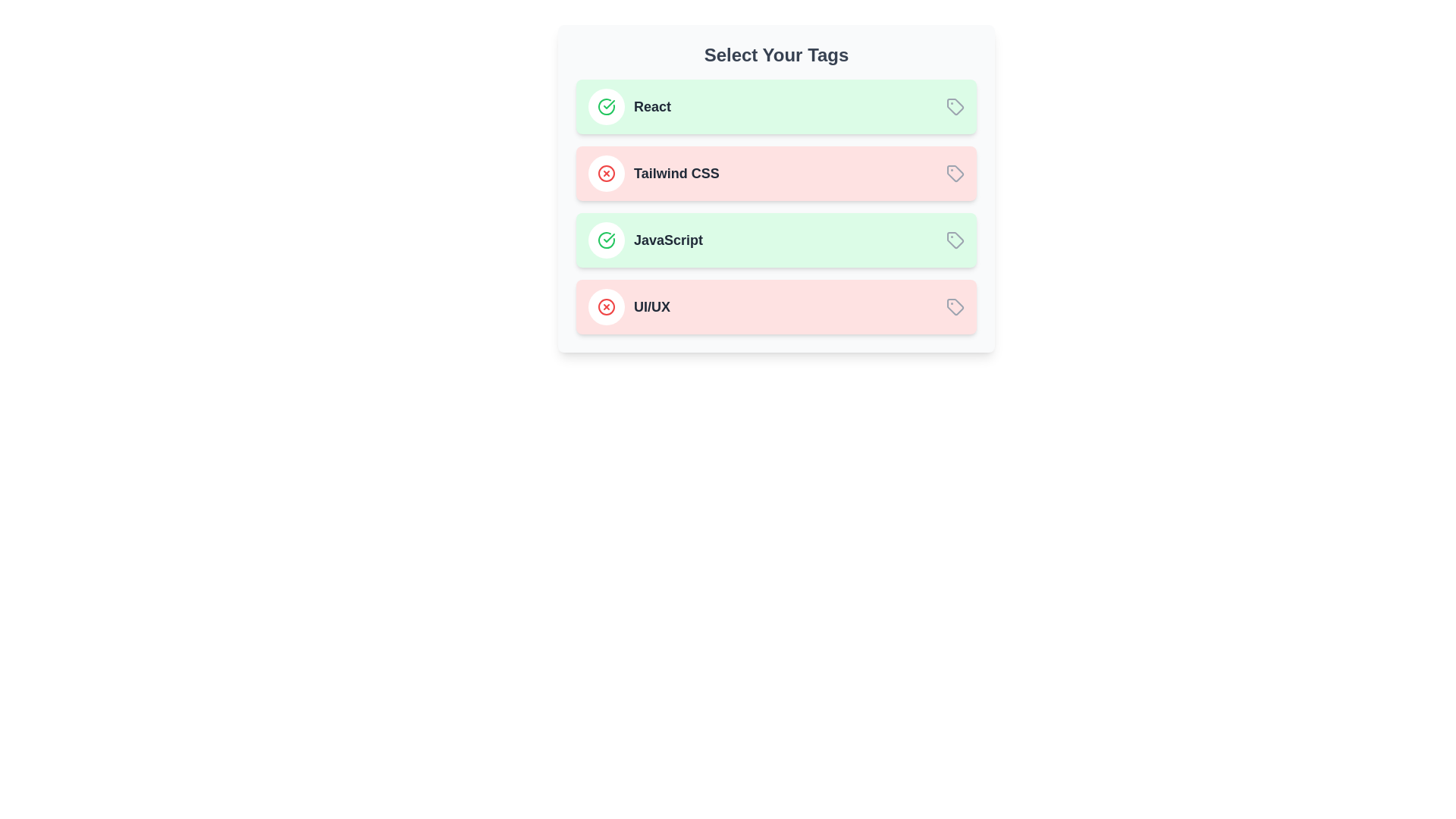  Describe the element at coordinates (954, 172) in the screenshot. I see `the SVG tag icon located on the far right side of the 'Tailwind CSS' row, which is used for tagging features` at that location.